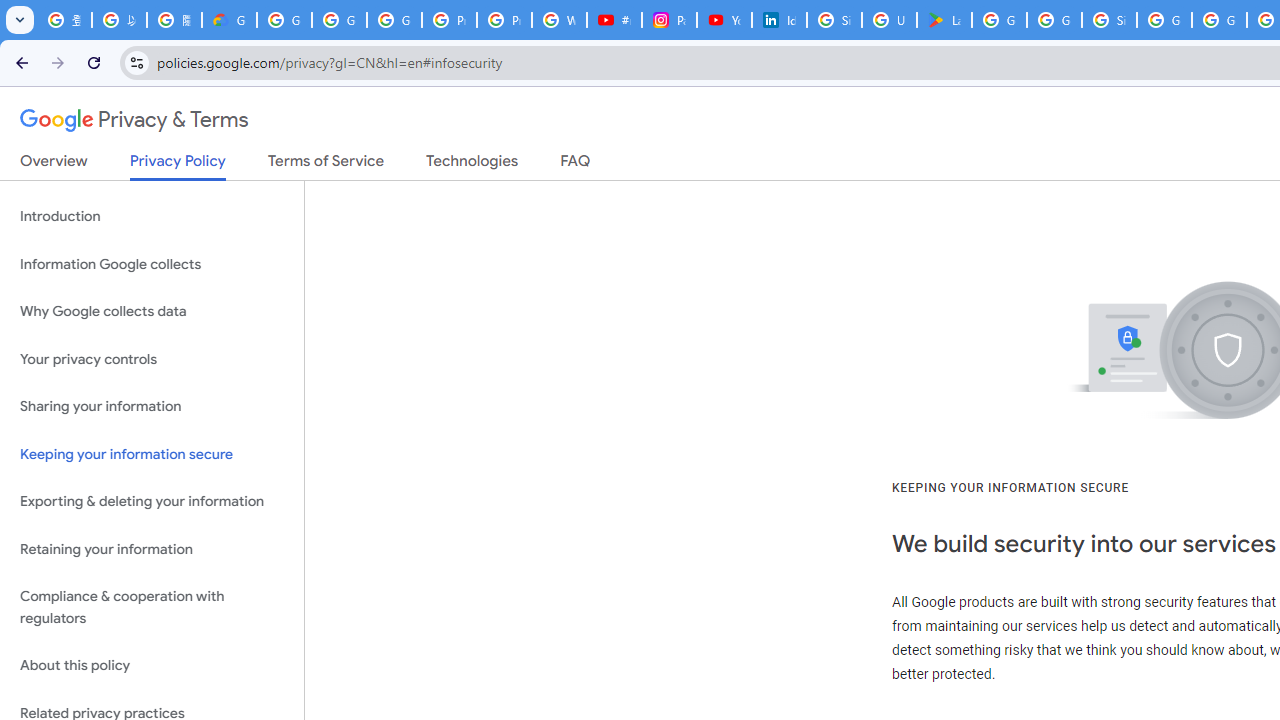 This screenshot has height=720, width=1280. I want to click on 'Retaining your information', so click(151, 549).